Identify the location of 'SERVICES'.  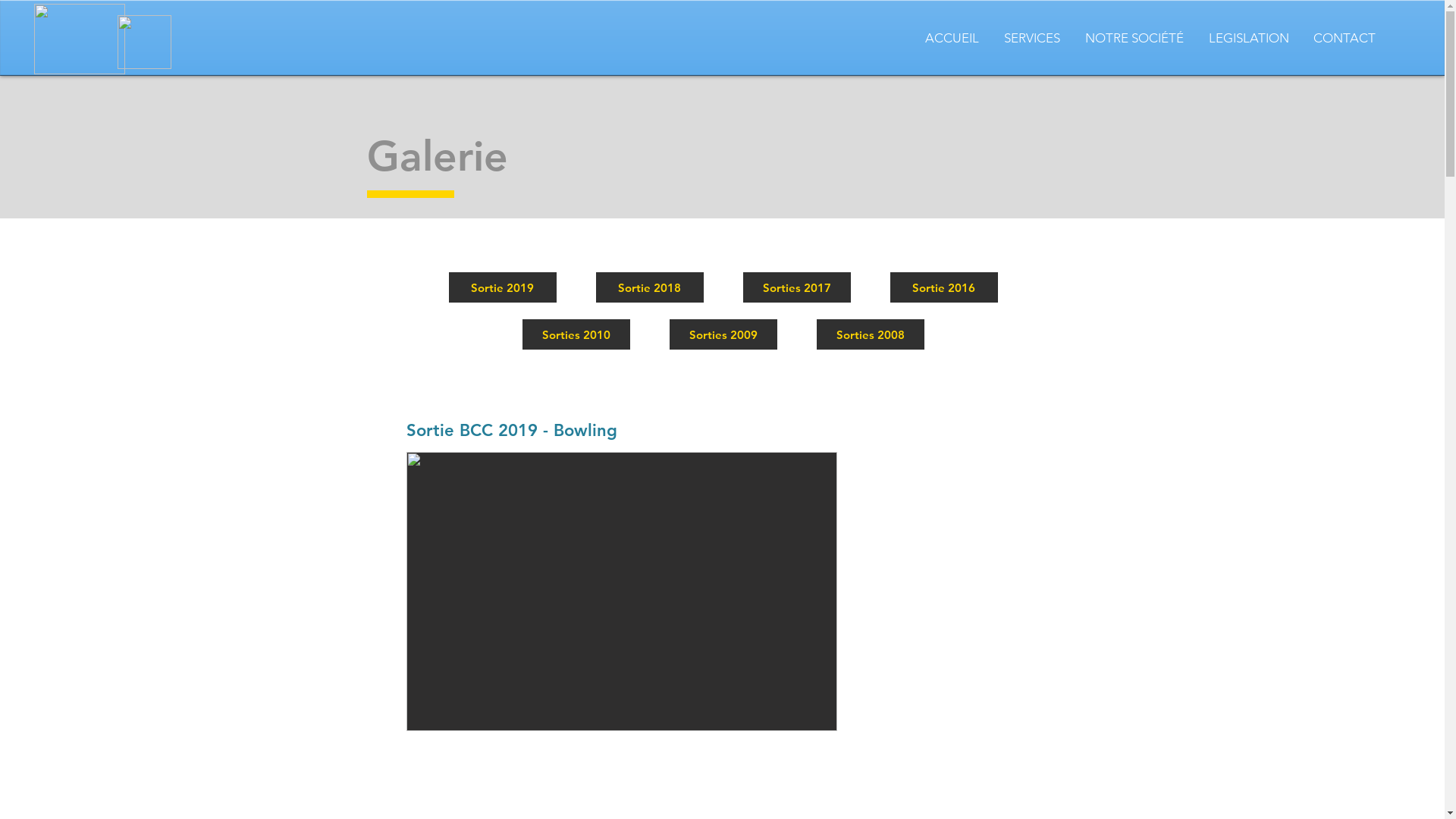
(990, 37).